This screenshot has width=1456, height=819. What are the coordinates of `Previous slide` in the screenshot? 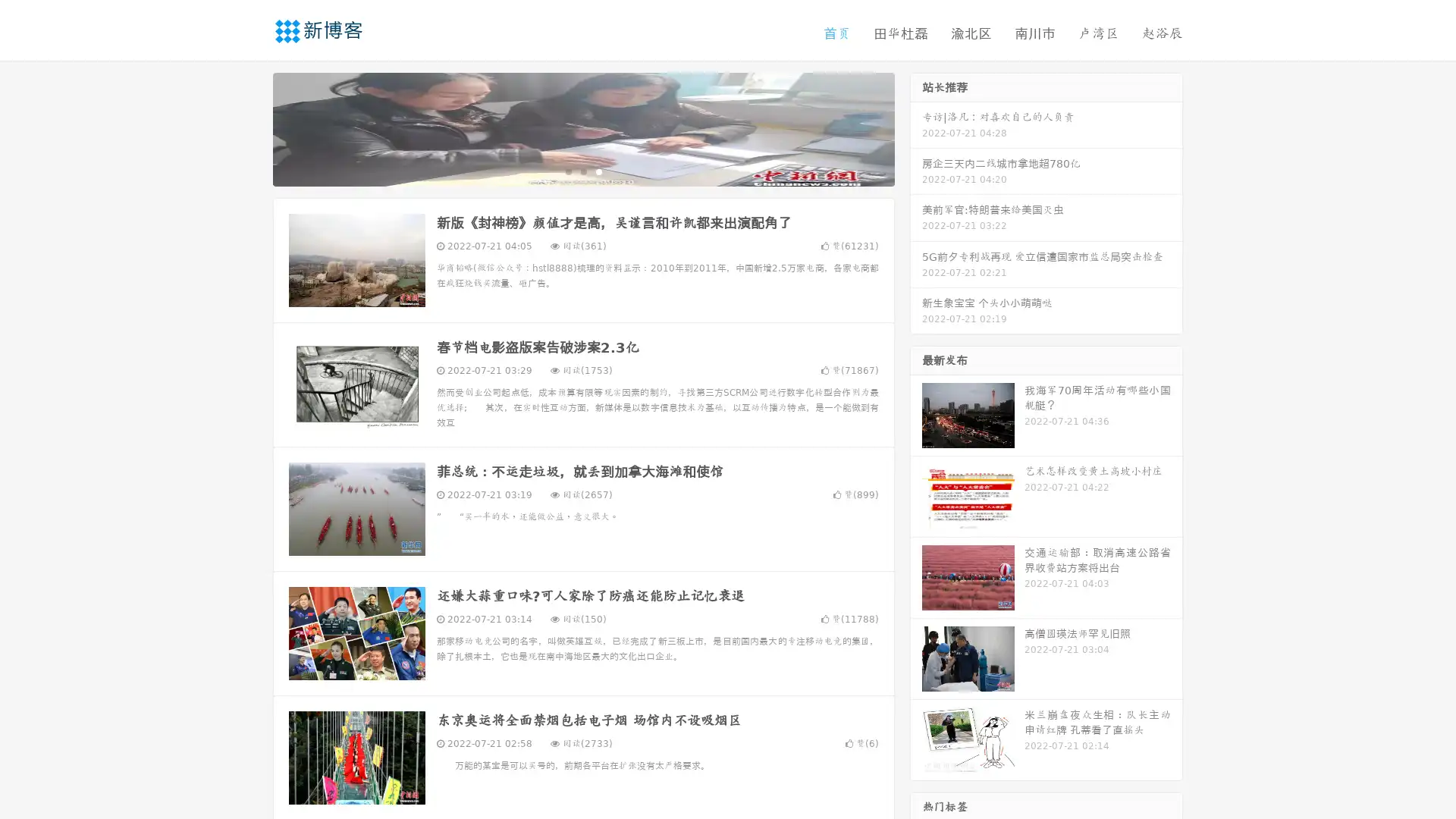 It's located at (250, 127).